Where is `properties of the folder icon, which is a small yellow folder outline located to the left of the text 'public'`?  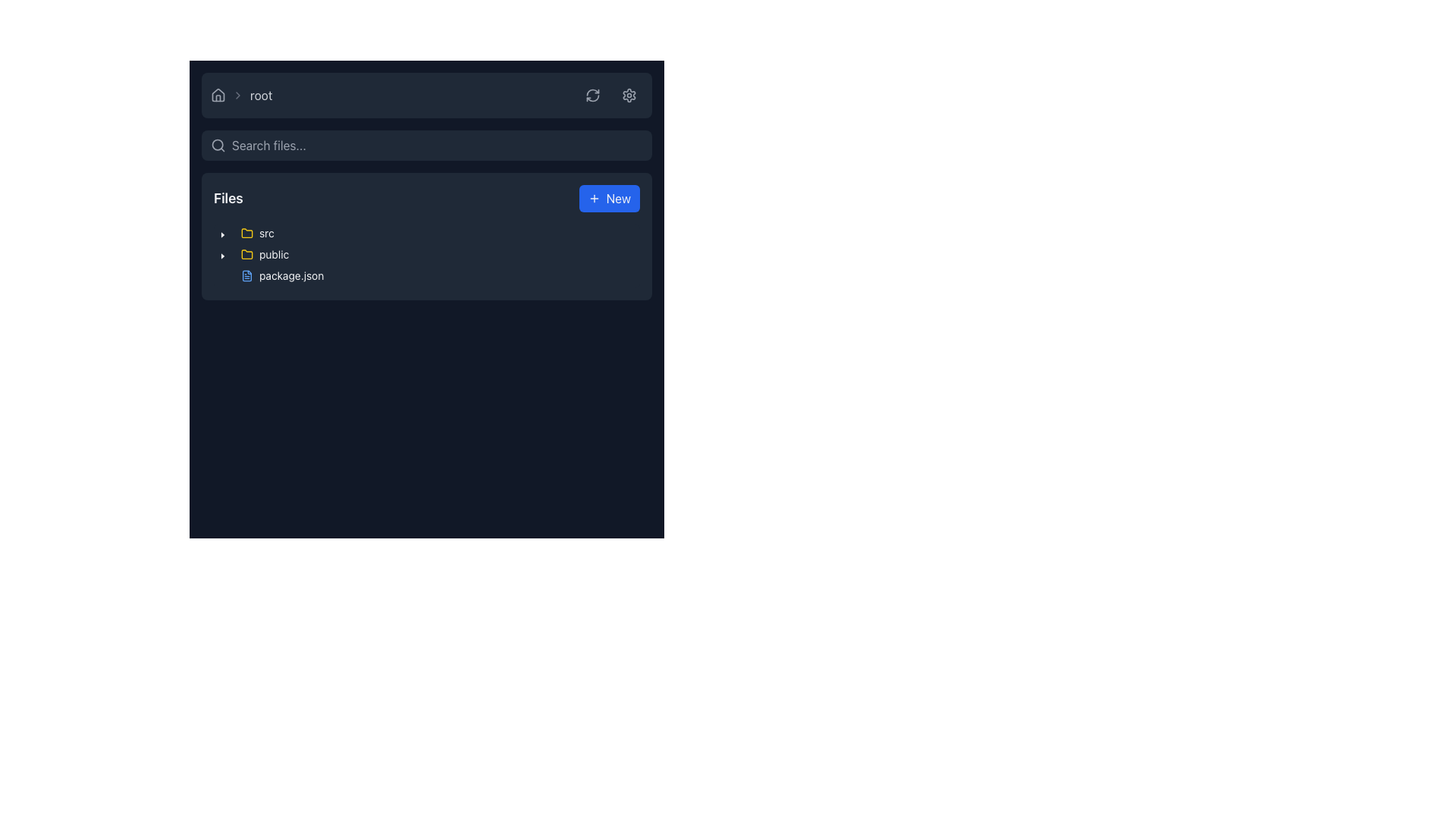
properties of the folder icon, which is a small yellow folder outline located to the left of the text 'public' is located at coordinates (247, 253).